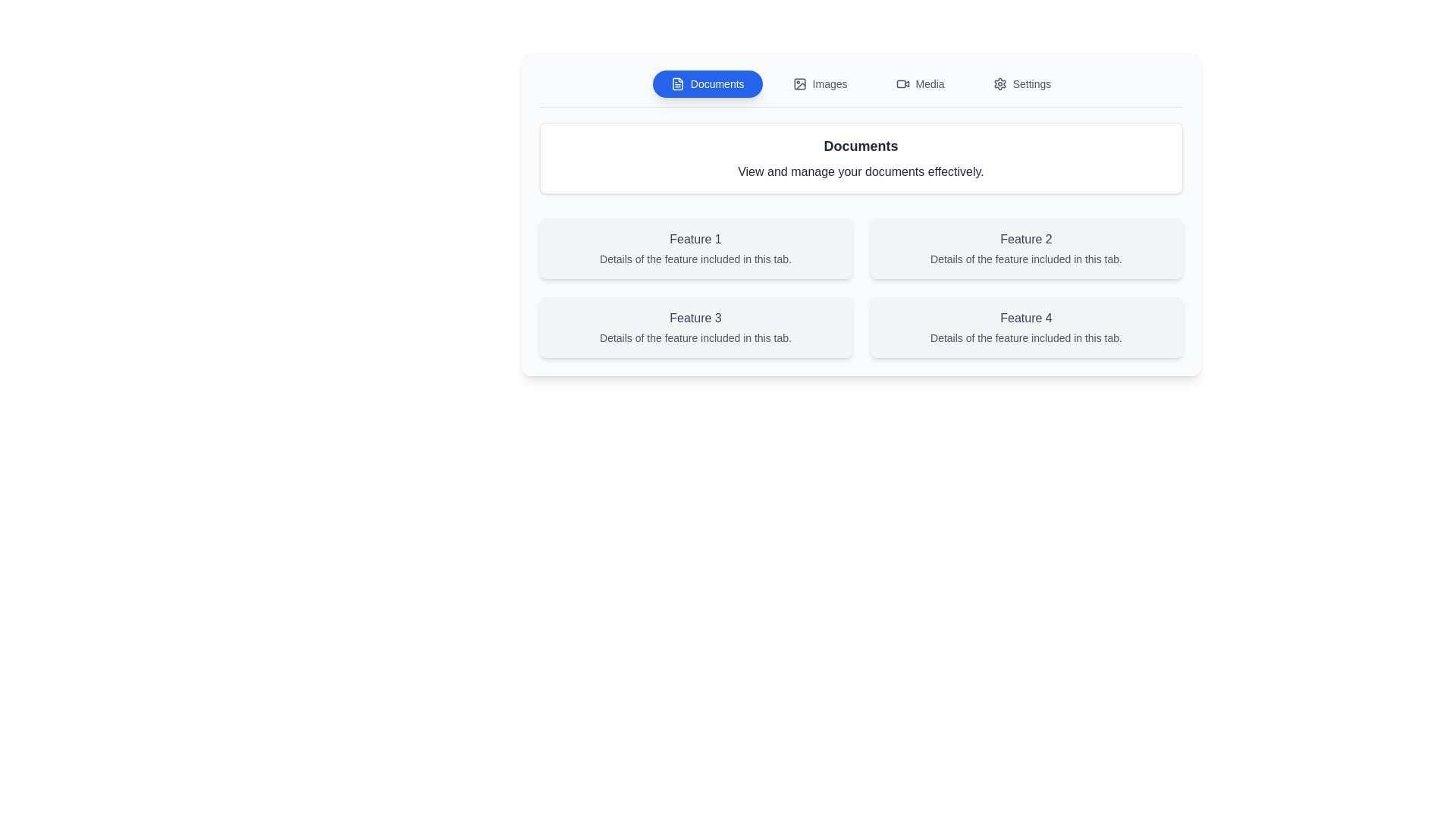 The height and width of the screenshot is (819, 1456). What do you see at coordinates (1031, 84) in the screenshot?
I see `settings label located in the navigation bar at the top right, adjacent to the gear icon` at bounding box center [1031, 84].